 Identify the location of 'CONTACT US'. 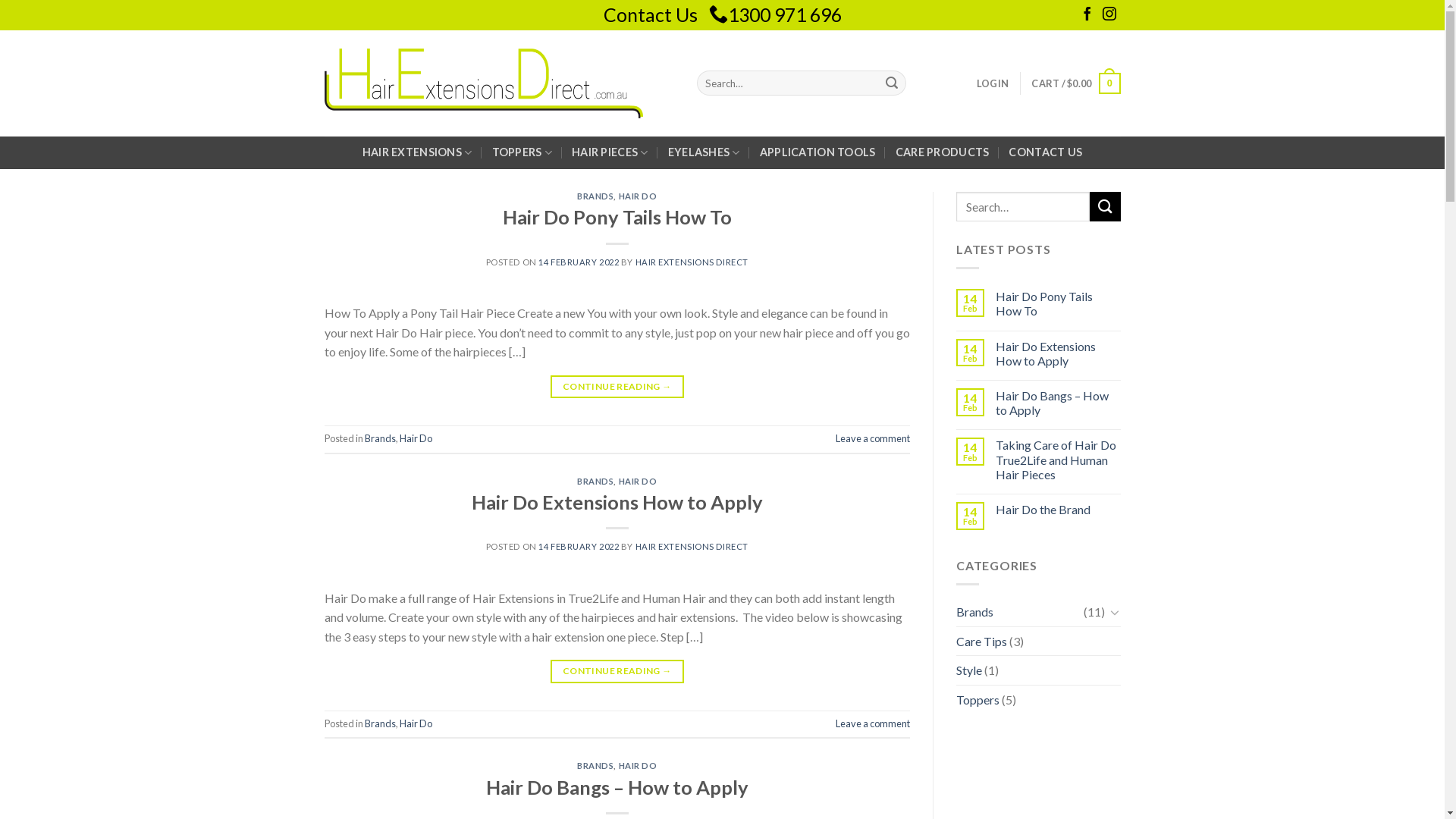
(1044, 152).